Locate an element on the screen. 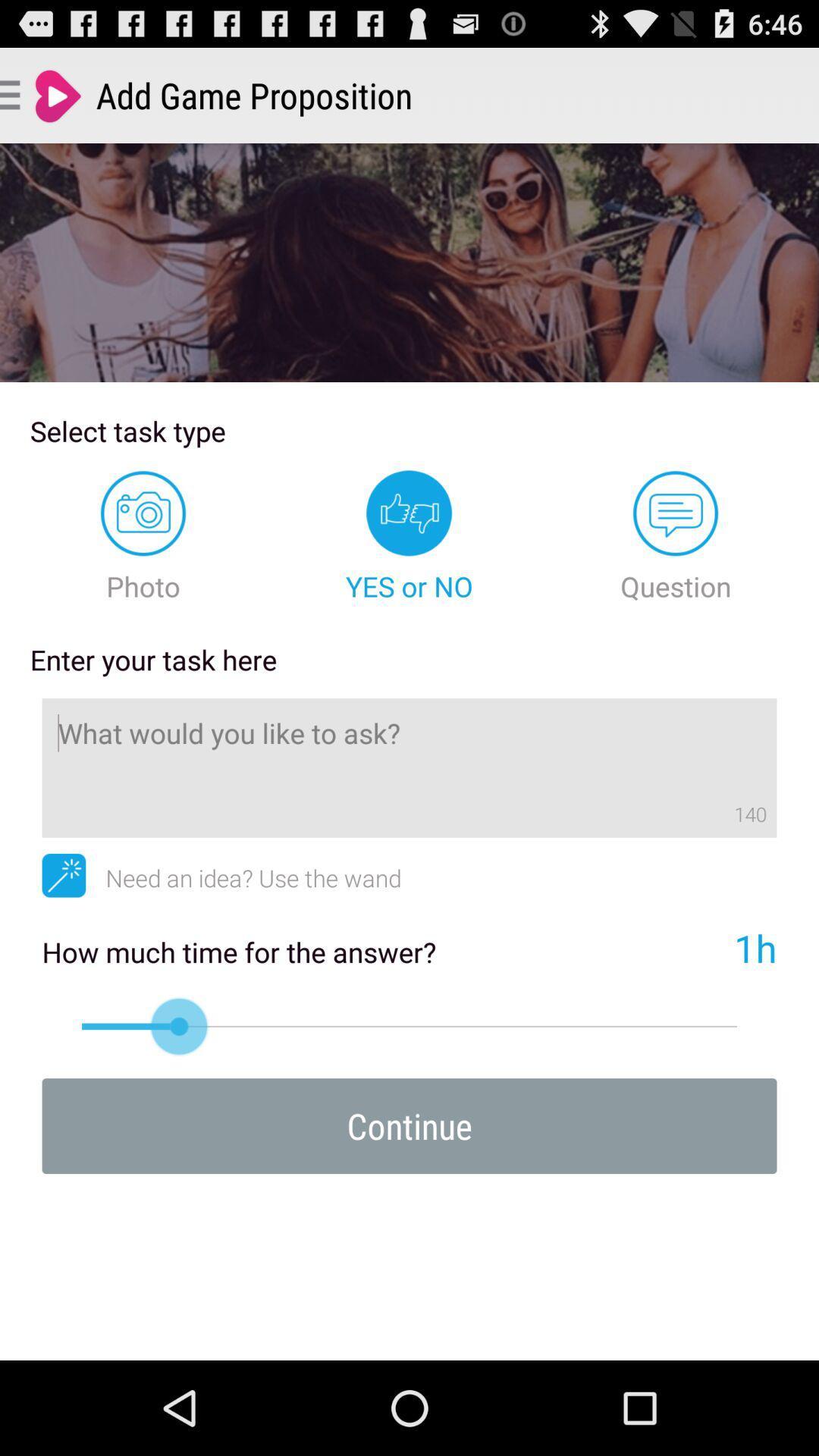 The image size is (819, 1456). use the wand is located at coordinates (63, 875).